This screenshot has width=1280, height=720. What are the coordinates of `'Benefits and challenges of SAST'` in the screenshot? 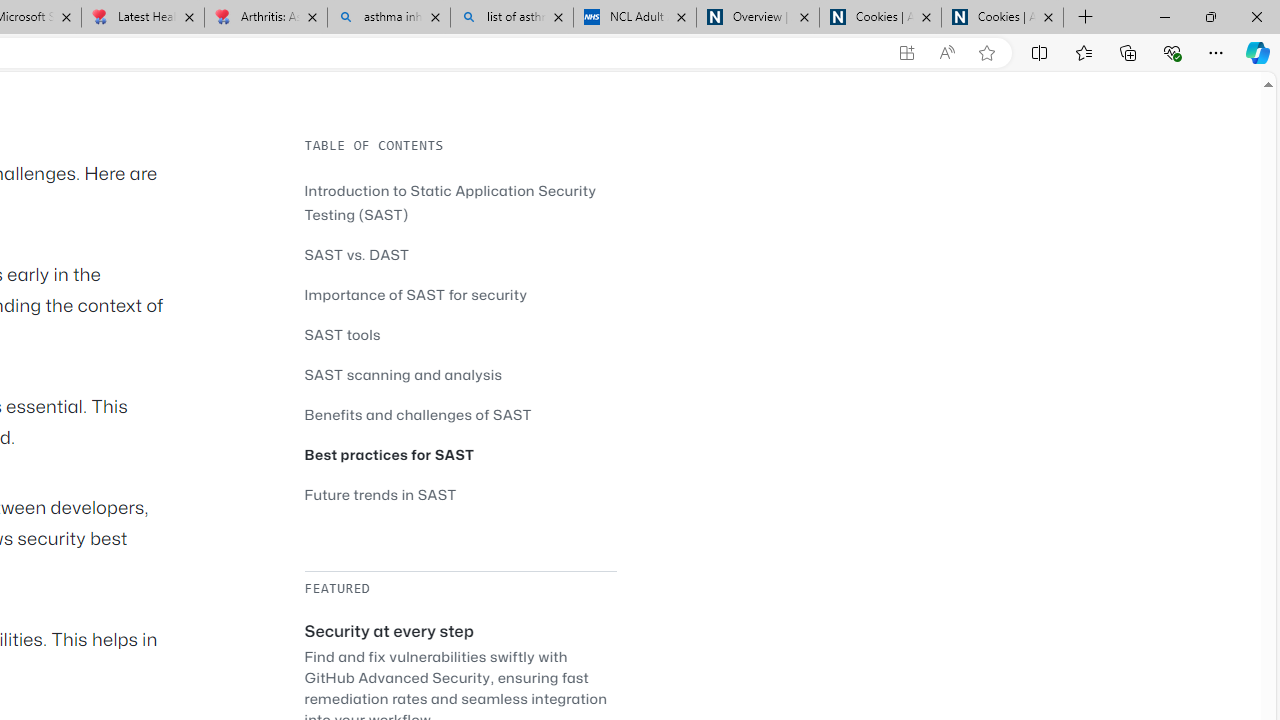 It's located at (417, 413).